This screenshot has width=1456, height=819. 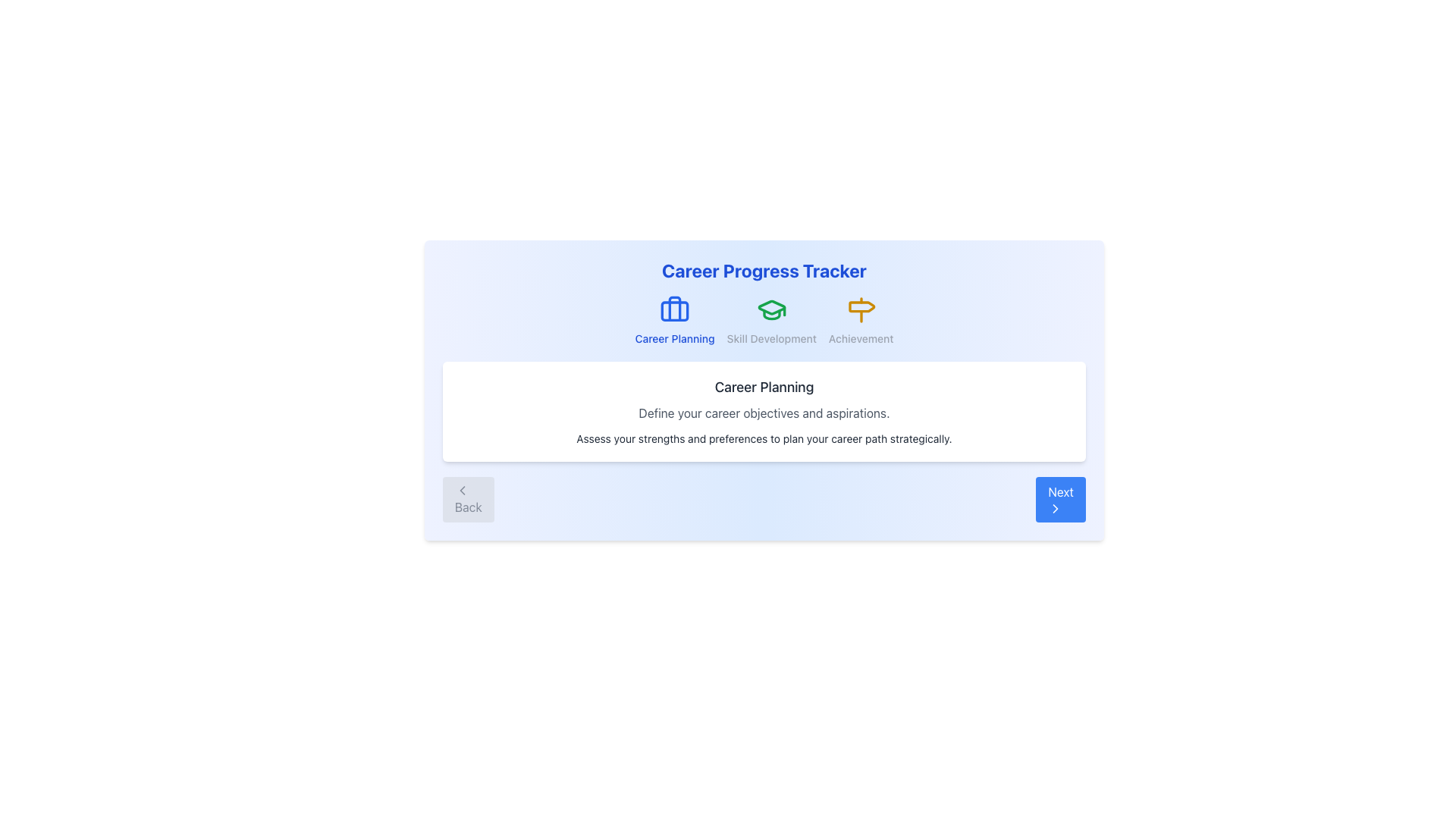 What do you see at coordinates (771, 307) in the screenshot?
I see `the green graduation cap icon, which is the second icon in a horizontal row of three at the top center of the interface, positioned between a blue suitcase icon and a yellow signpost icon` at bounding box center [771, 307].